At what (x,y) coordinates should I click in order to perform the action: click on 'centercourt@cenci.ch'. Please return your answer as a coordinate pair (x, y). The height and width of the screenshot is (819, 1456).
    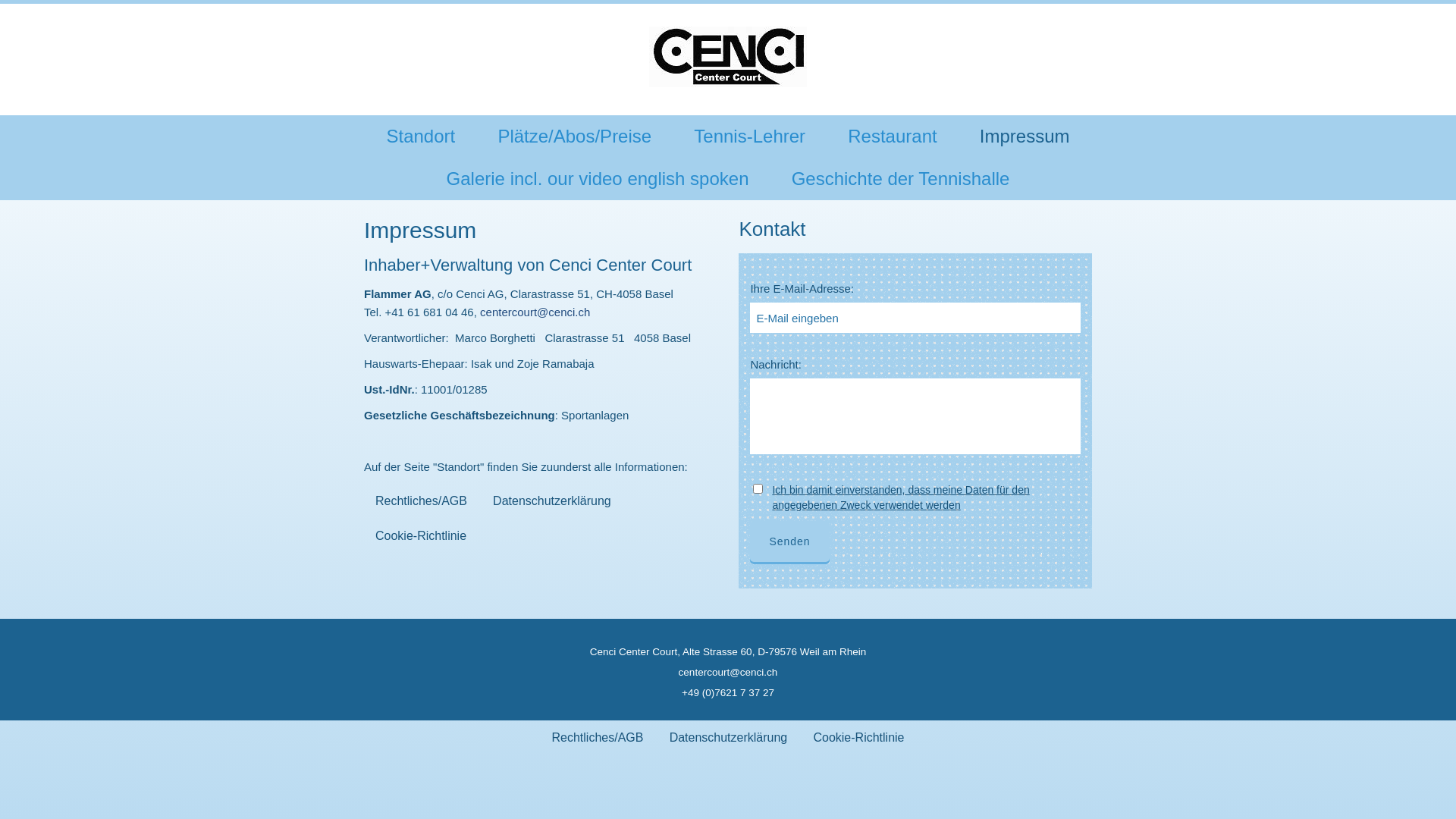
    Looking at the image, I should click on (728, 672).